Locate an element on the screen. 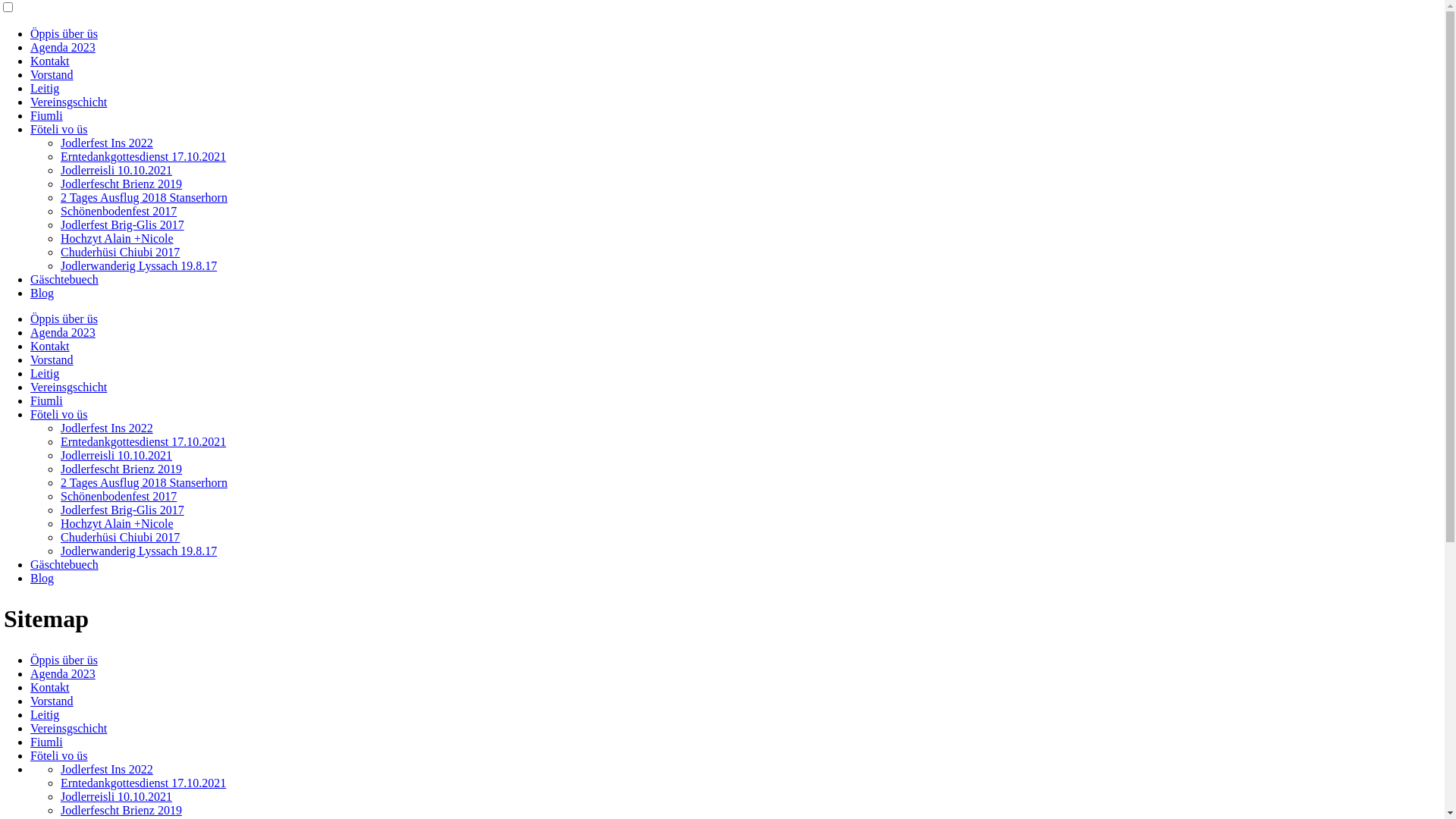  'Jodlerfescht Brienz 2019' is located at coordinates (120, 183).